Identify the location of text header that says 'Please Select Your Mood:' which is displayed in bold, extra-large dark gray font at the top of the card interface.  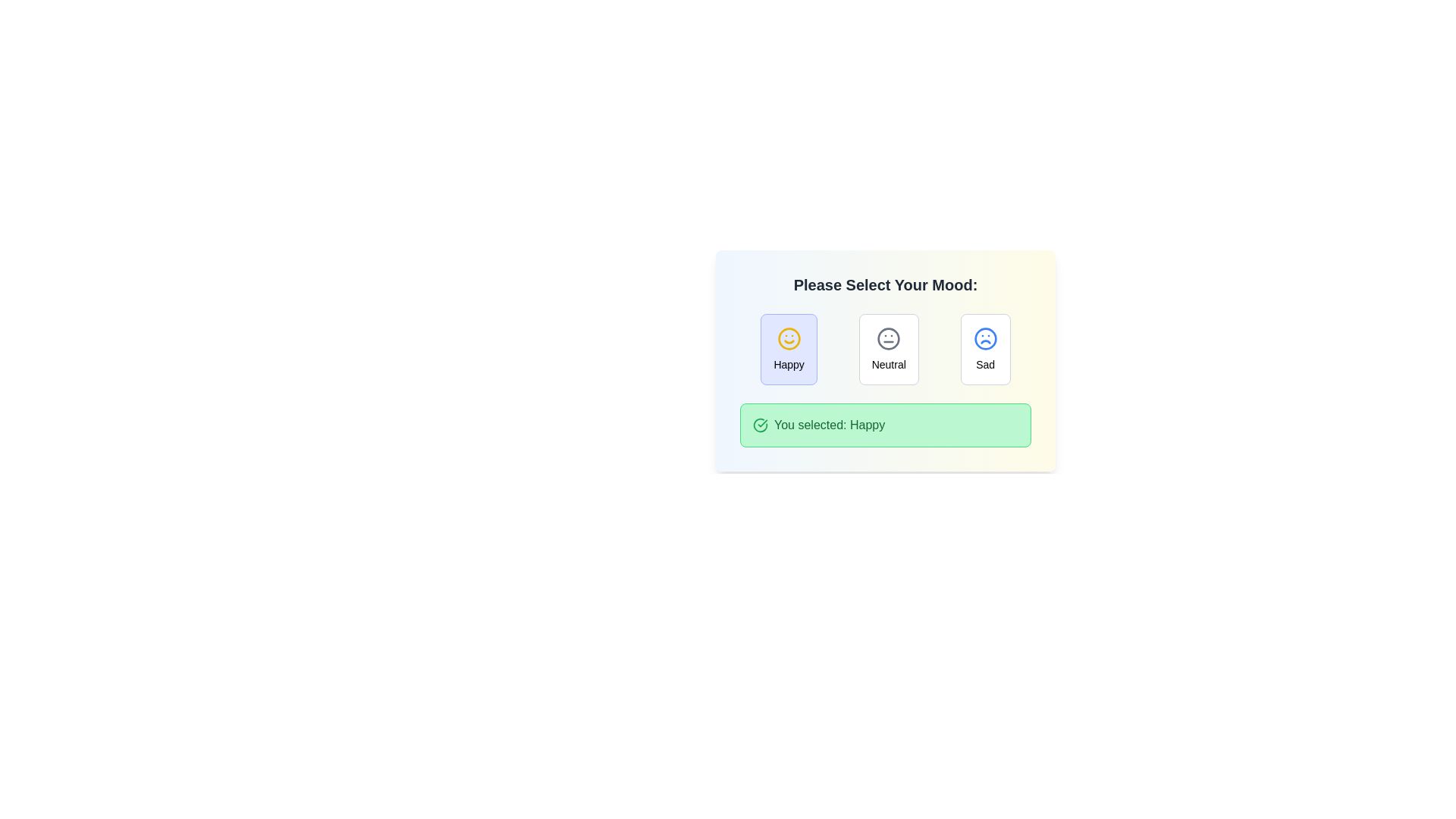
(885, 284).